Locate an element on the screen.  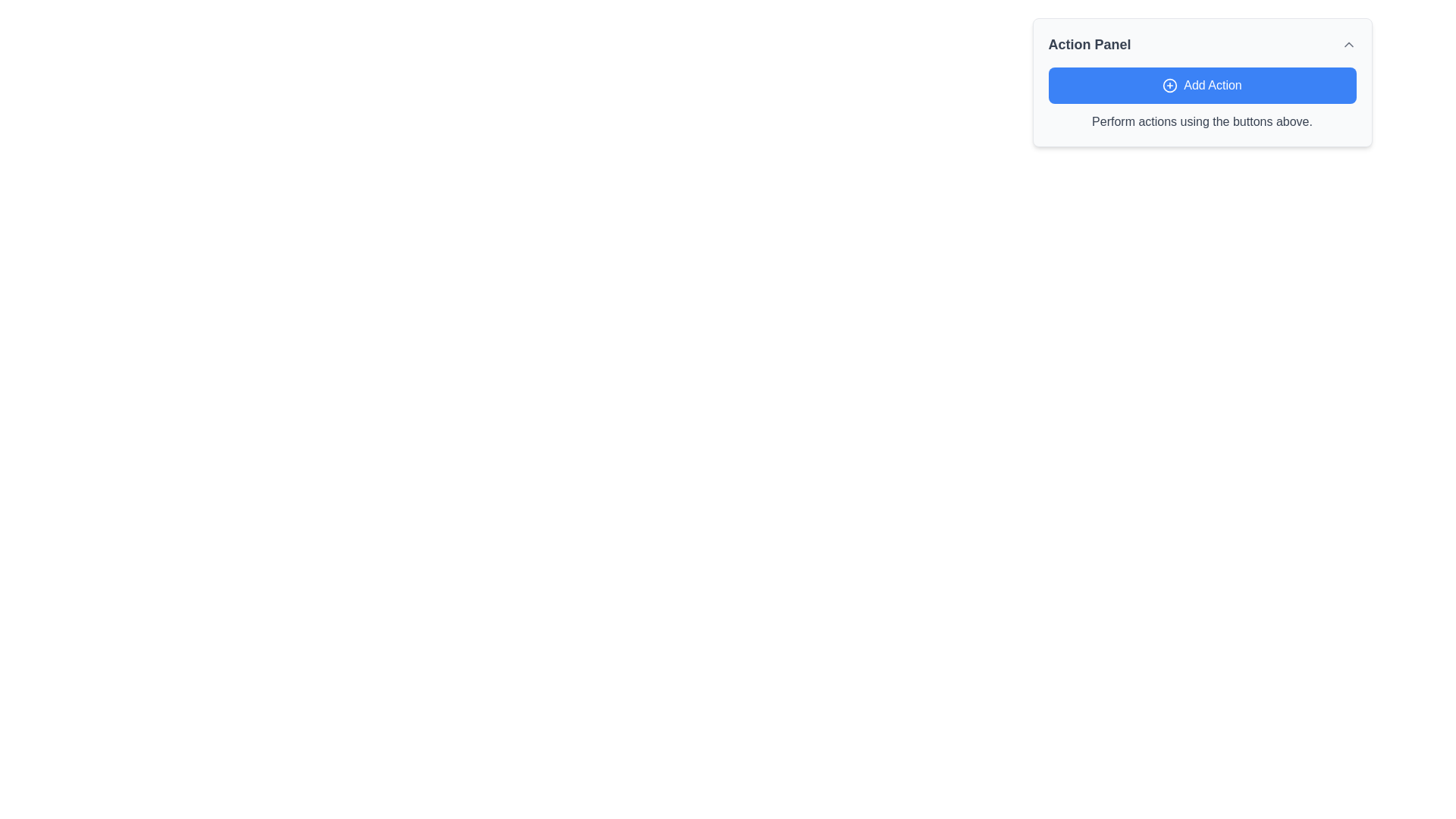
the interactive blue button labeled 'Add Action' to receive visual feedback is located at coordinates (1201, 99).